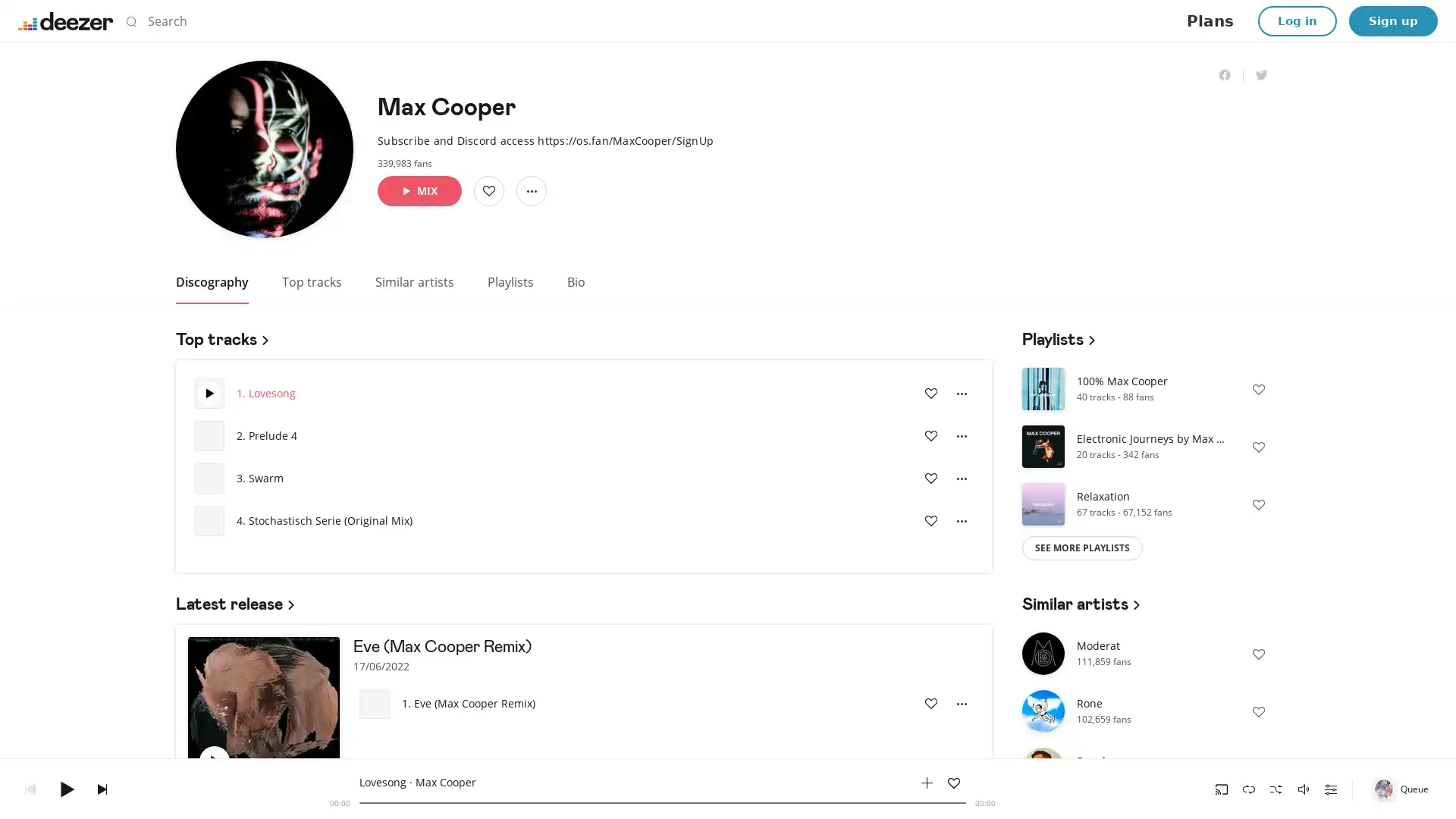 Image resolution: width=1456 pixels, height=819 pixels. Describe the element at coordinates (1248, 788) in the screenshot. I see `Repeat all tracks in list` at that location.